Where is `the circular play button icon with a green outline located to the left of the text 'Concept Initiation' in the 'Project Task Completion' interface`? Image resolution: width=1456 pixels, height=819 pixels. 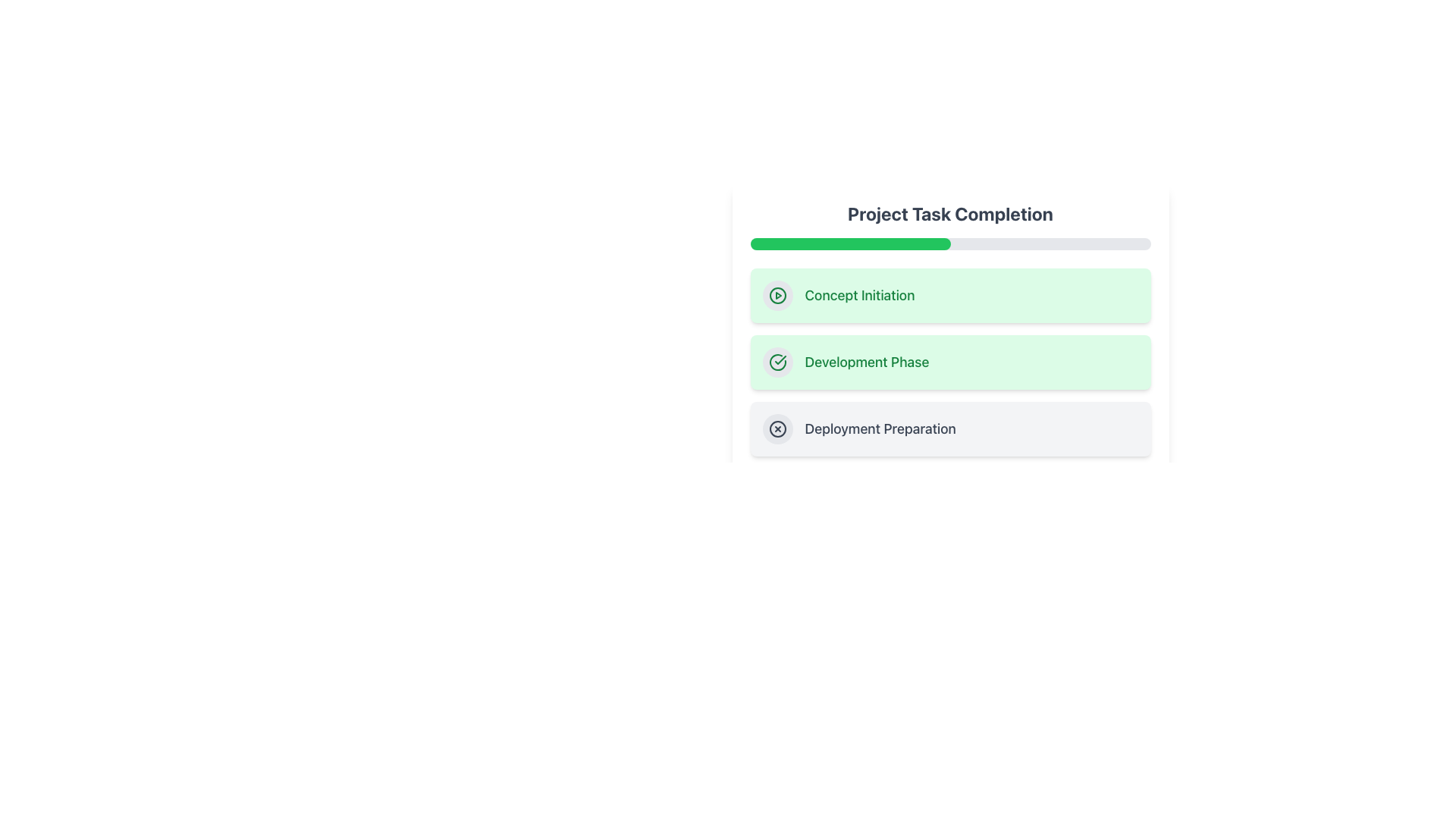 the circular play button icon with a green outline located to the left of the text 'Concept Initiation' in the 'Project Task Completion' interface is located at coordinates (777, 295).